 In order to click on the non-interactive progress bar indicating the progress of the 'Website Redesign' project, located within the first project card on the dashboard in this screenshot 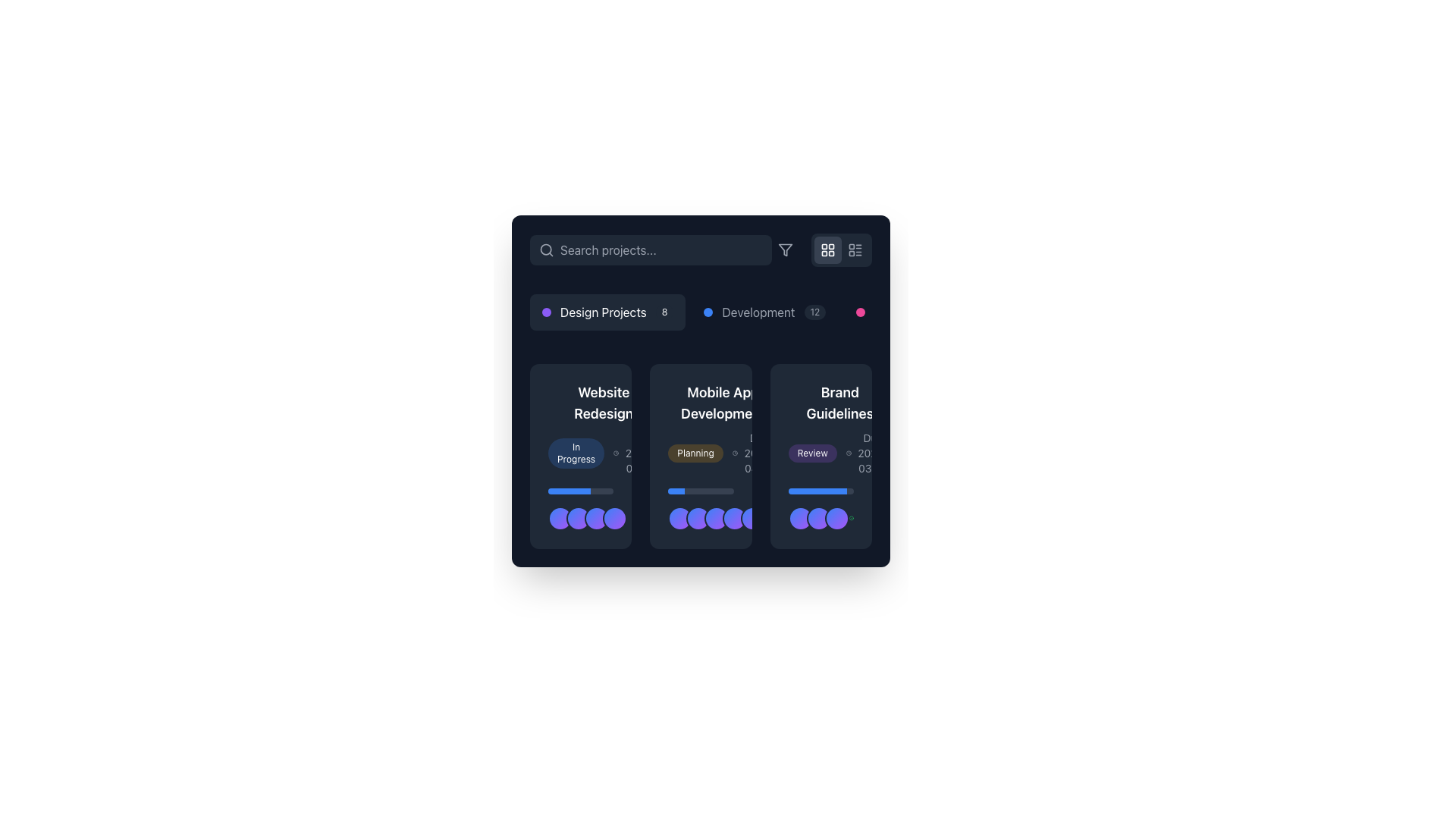, I will do `click(580, 491)`.